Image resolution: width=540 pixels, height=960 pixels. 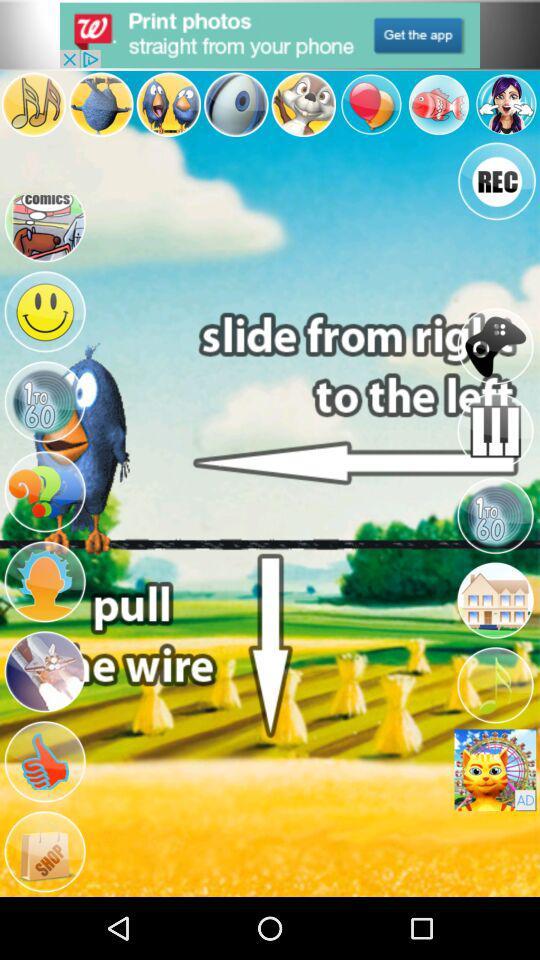 I want to click on the play icon, so click(x=44, y=449).